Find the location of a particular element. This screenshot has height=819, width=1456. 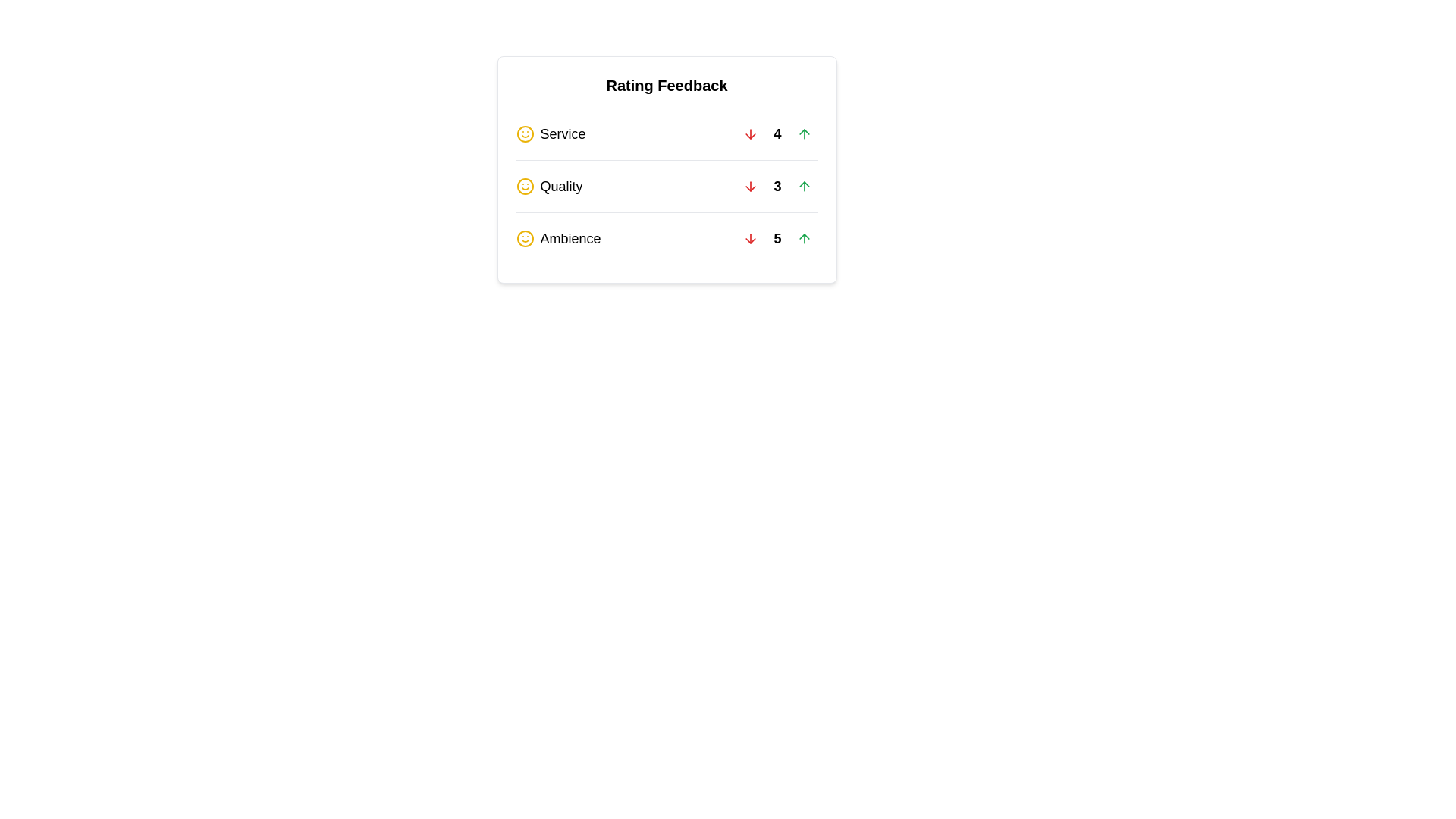

yellow smile icon in the first row of the 'Rating Feedback' section, which contains the text 'Service' and a rating of '4' is located at coordinates (667, 133).